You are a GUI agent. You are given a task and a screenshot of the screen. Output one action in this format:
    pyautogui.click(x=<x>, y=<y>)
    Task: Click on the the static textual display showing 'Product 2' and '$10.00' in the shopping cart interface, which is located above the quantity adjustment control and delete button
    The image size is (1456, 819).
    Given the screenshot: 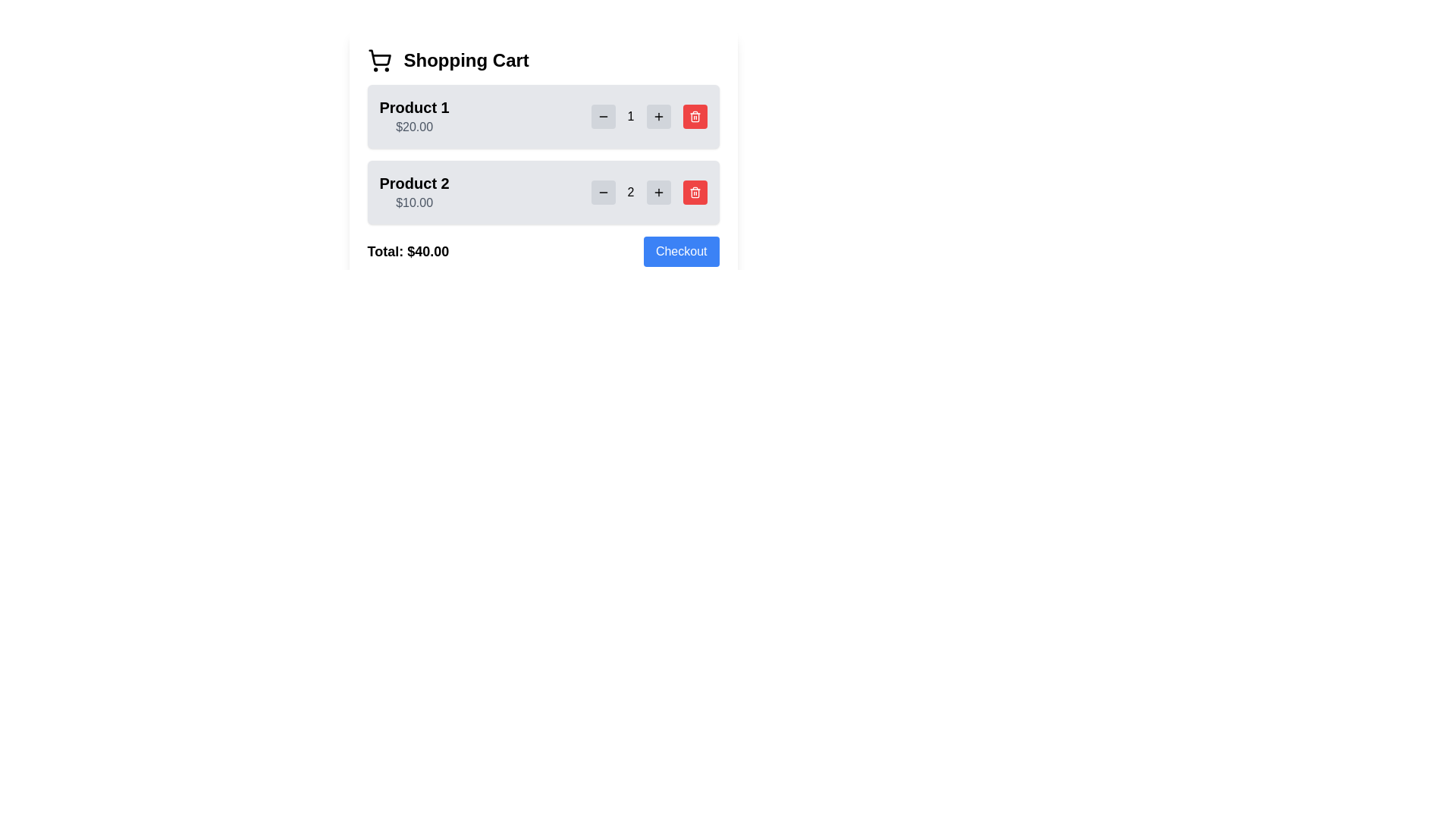 What is the action you would take?
    pyautogui.click(x=414, y=192)
    